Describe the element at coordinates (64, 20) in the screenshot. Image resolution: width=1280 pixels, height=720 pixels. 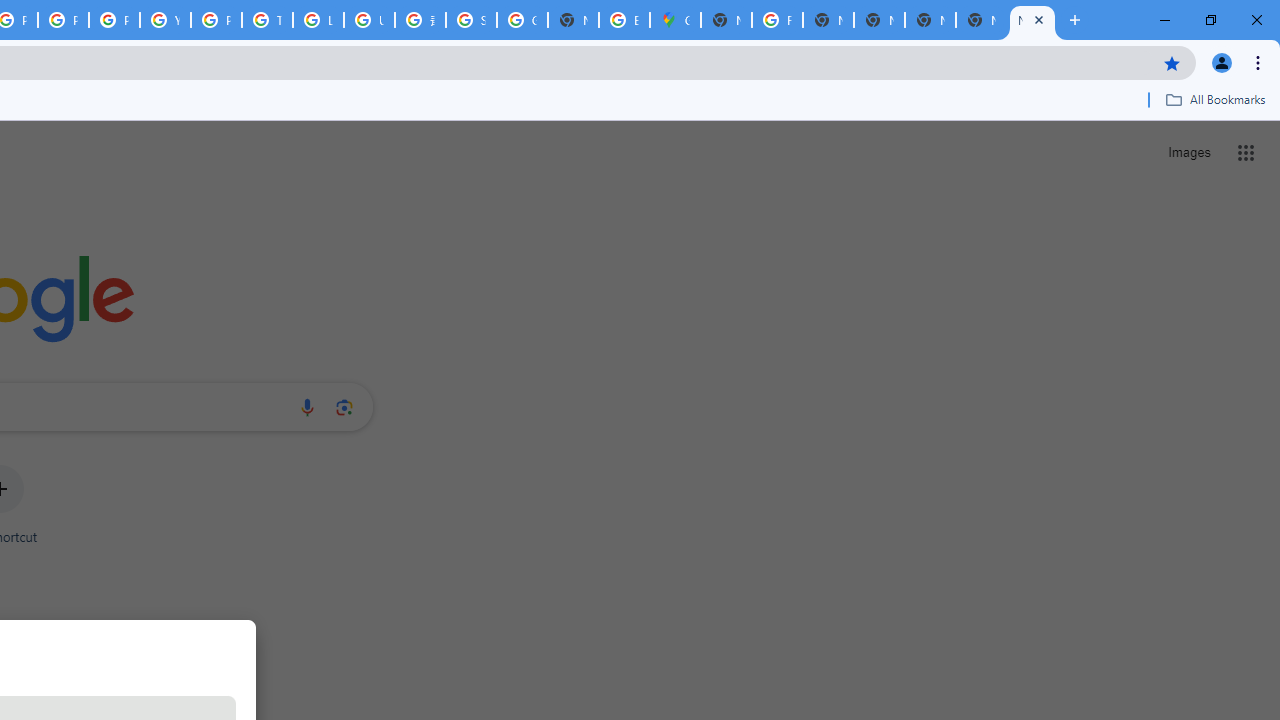
I see `'Privacy Help Center - Policies Help'` at that location.